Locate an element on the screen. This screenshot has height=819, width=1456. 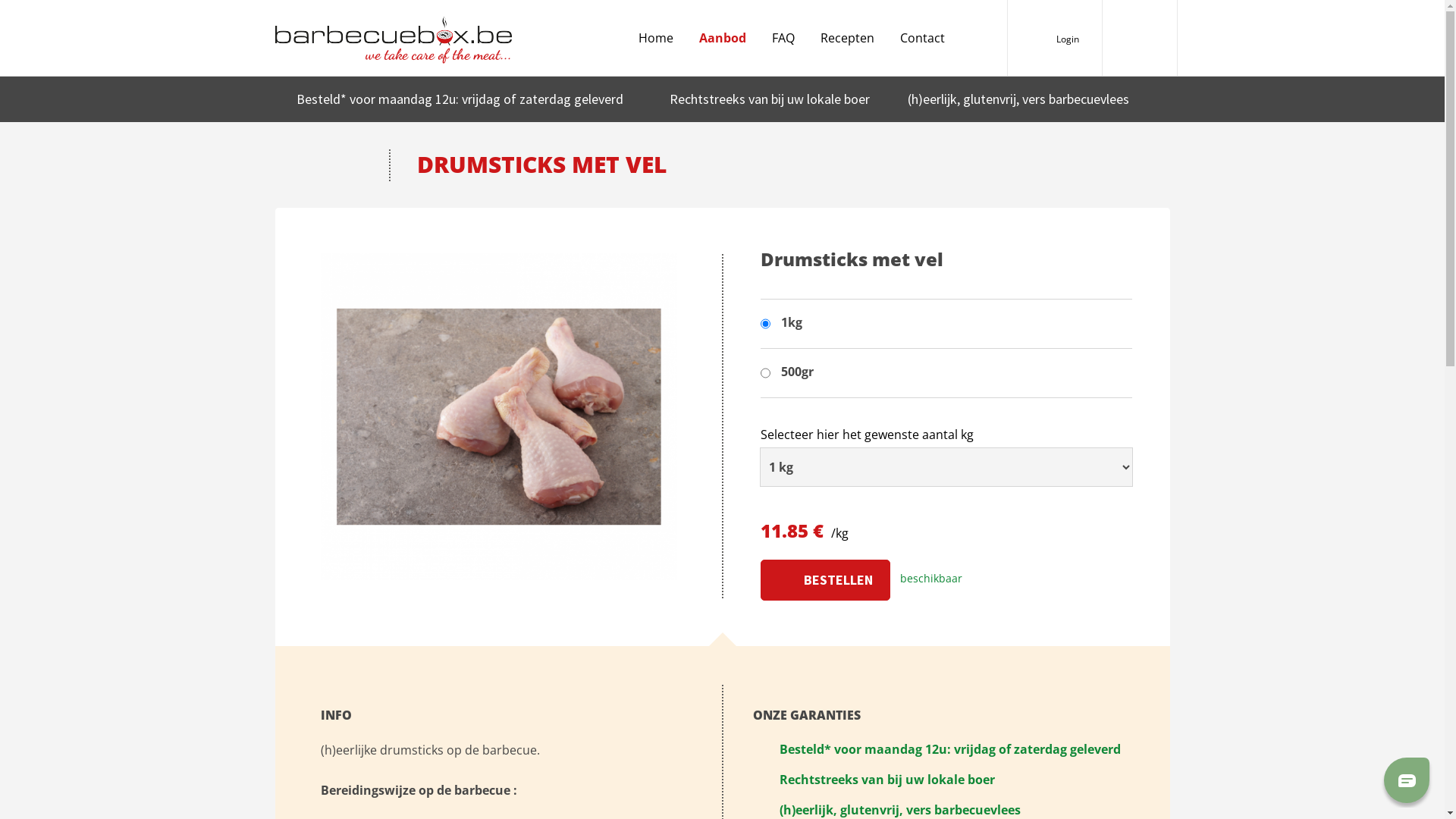
'Aanbod' is located at coordinates (722, 37).